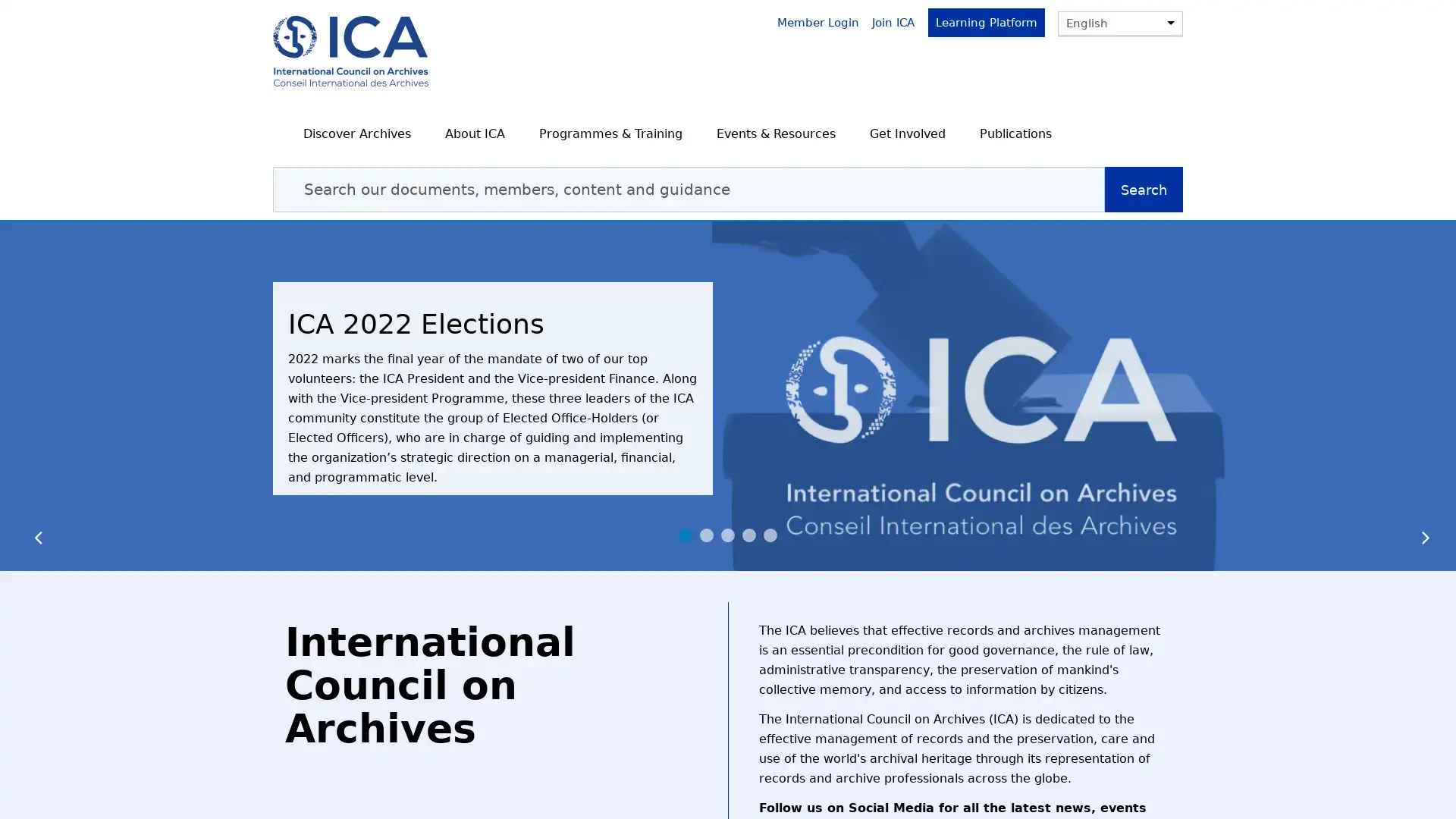 The image size is (1456, 819). What do you see at coordinates (33, 528) in the screenshot?
I see `Previous slide` at bounding box center [33, 528].